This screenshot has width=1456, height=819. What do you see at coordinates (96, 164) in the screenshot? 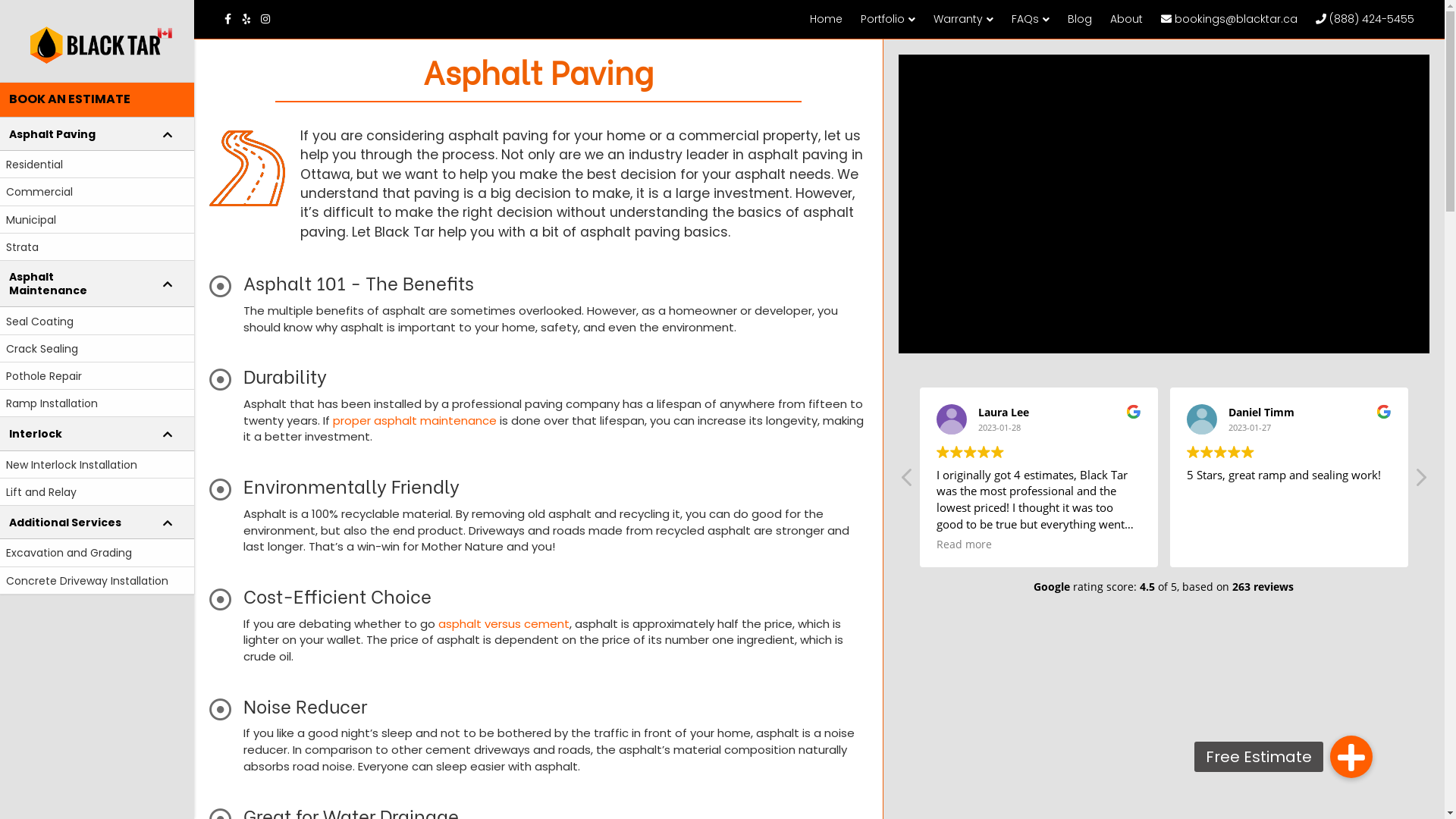
I see `'Residential'` at bounding box center [96, 164].